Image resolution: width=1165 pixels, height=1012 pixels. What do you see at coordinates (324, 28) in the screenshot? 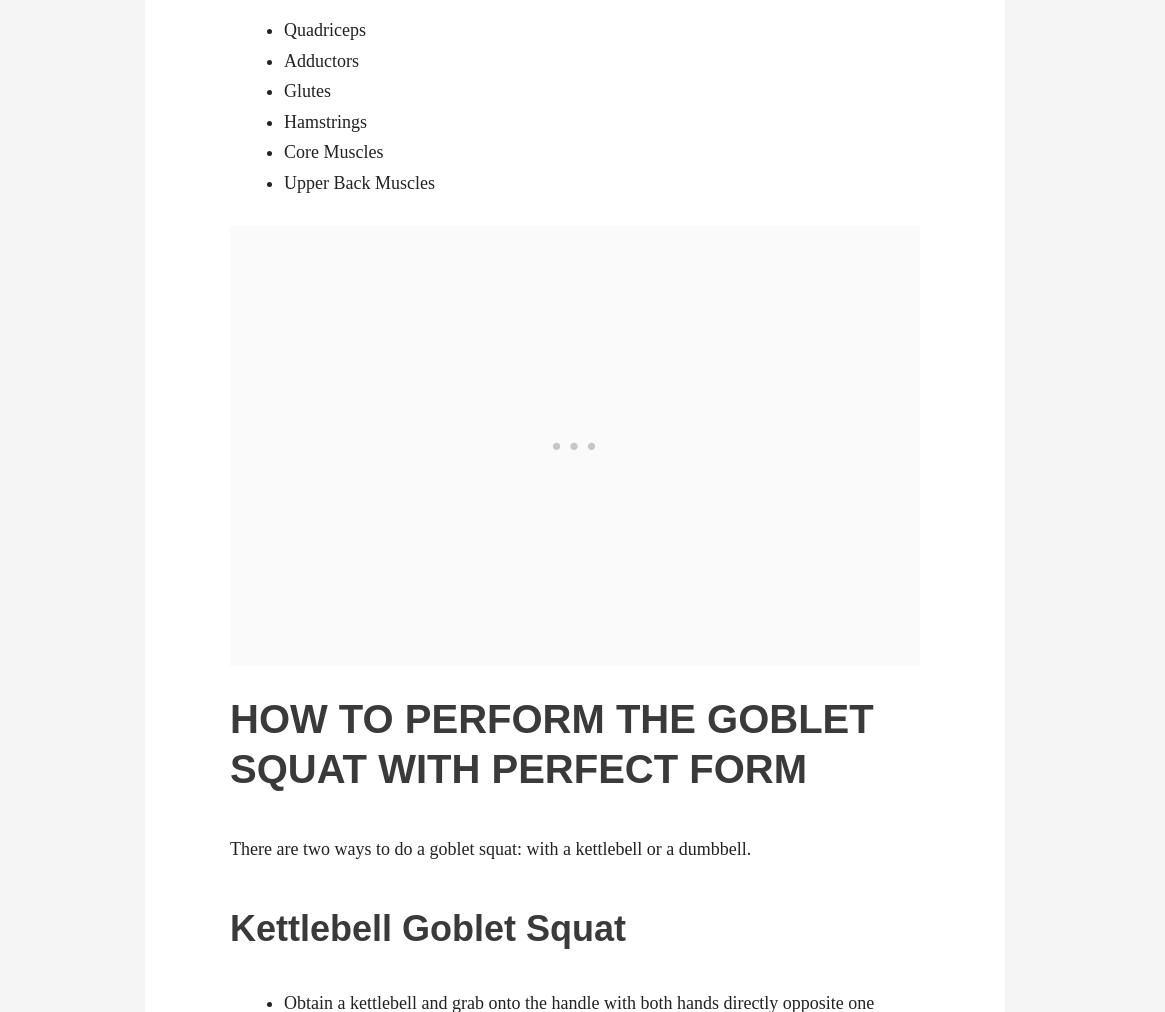
I see `'Quadriceps'` at bounding box center [324, 28].